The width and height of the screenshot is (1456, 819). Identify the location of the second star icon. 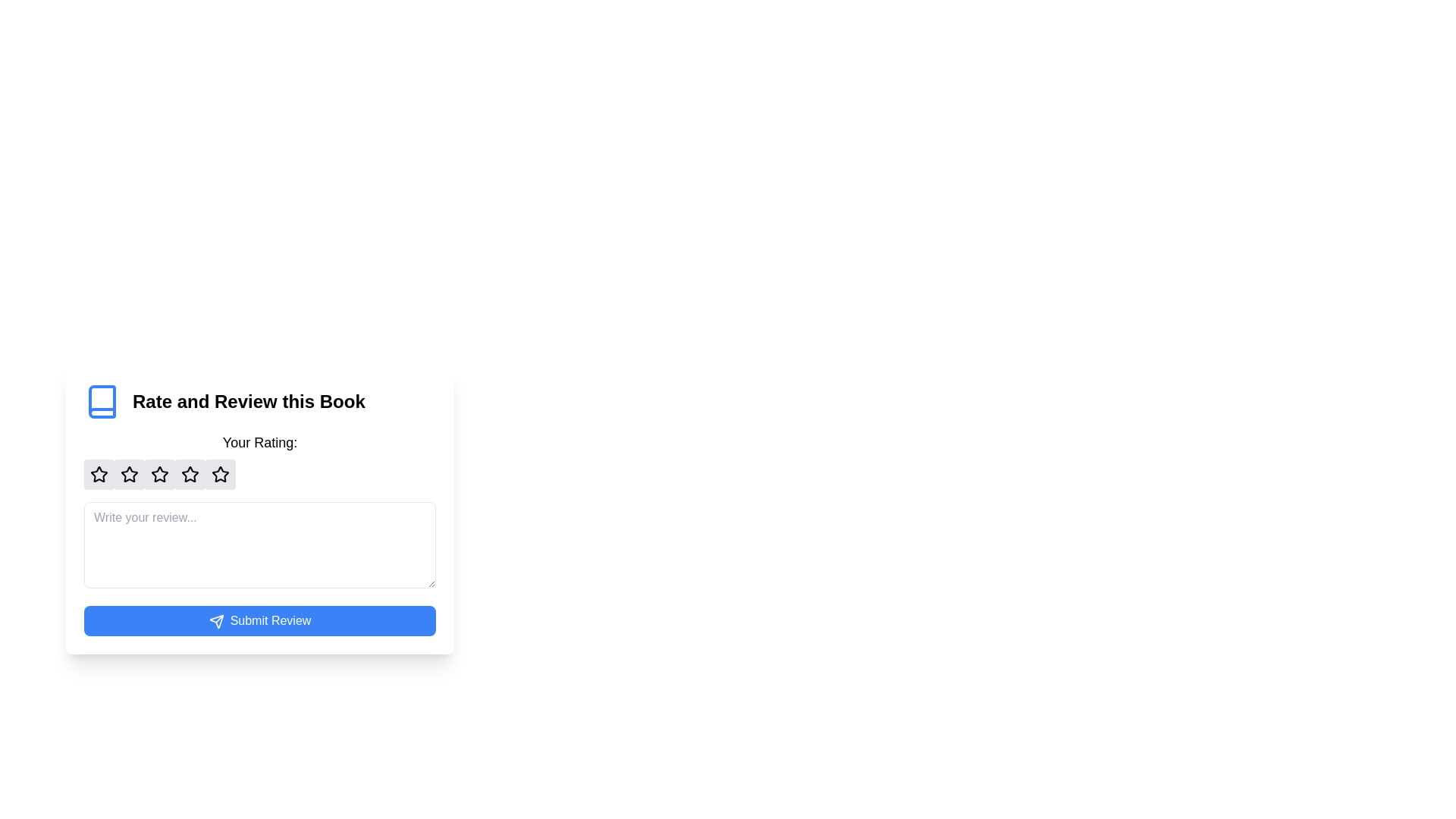
(160, 473).